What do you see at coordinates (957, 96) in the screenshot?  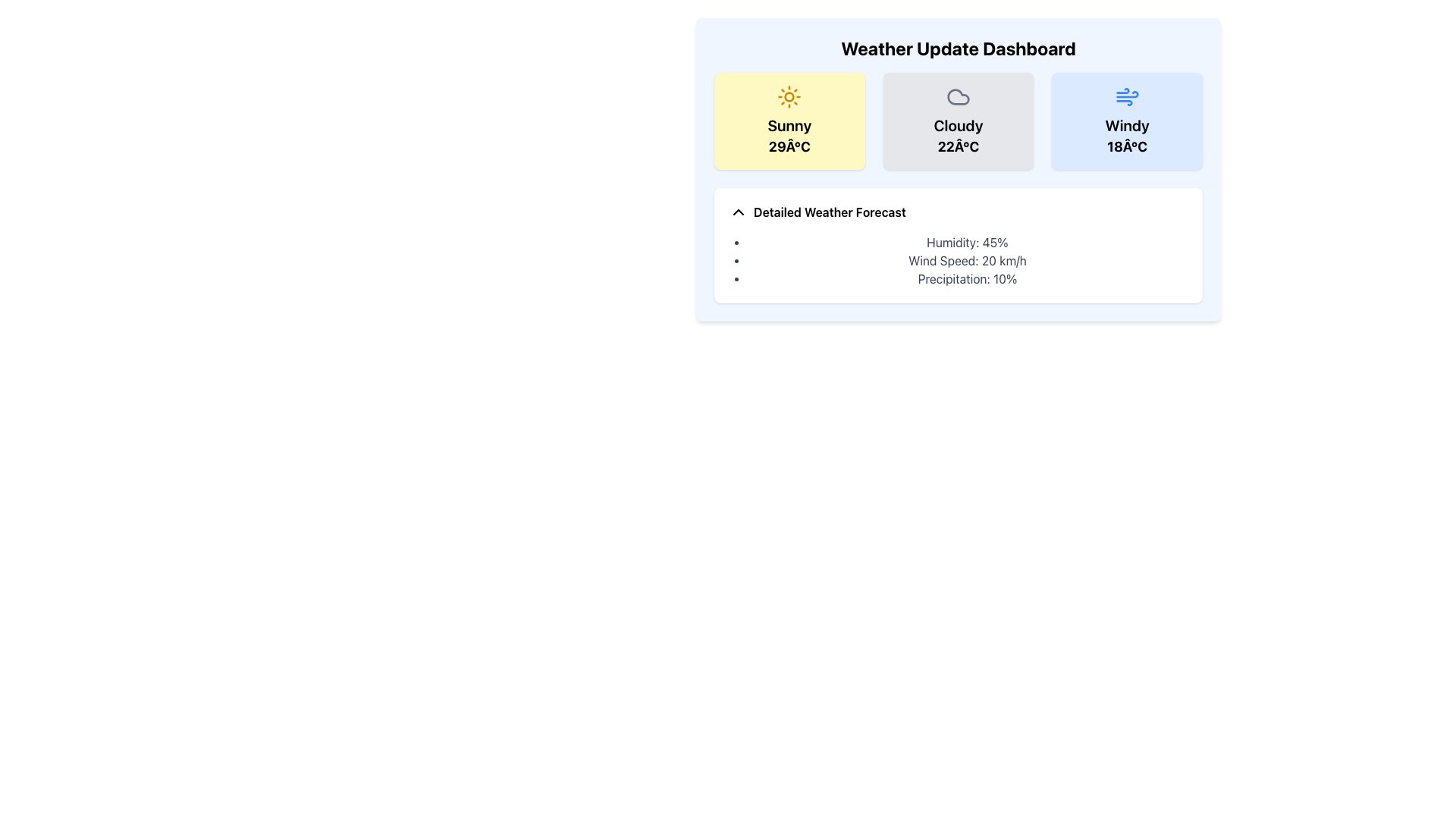 I see `the cloudy weather icon located at the top-center section of the weather forecast card, which is above the text 'Cloudy 22Â°C'` at bounding box center [957, 96].